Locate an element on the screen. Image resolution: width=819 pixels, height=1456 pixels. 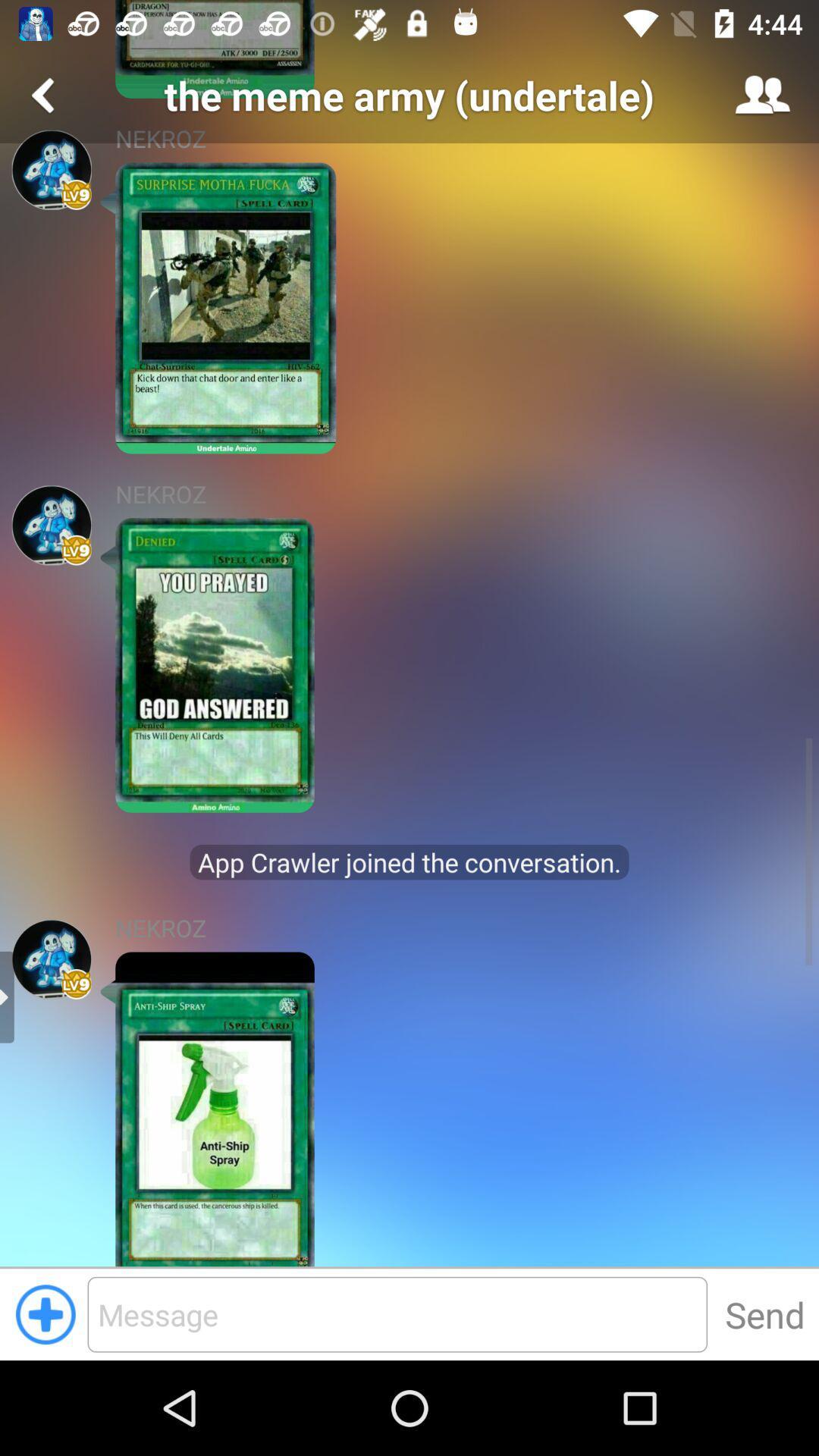
the icon at the top right corner is located at coordinates (763, 94).